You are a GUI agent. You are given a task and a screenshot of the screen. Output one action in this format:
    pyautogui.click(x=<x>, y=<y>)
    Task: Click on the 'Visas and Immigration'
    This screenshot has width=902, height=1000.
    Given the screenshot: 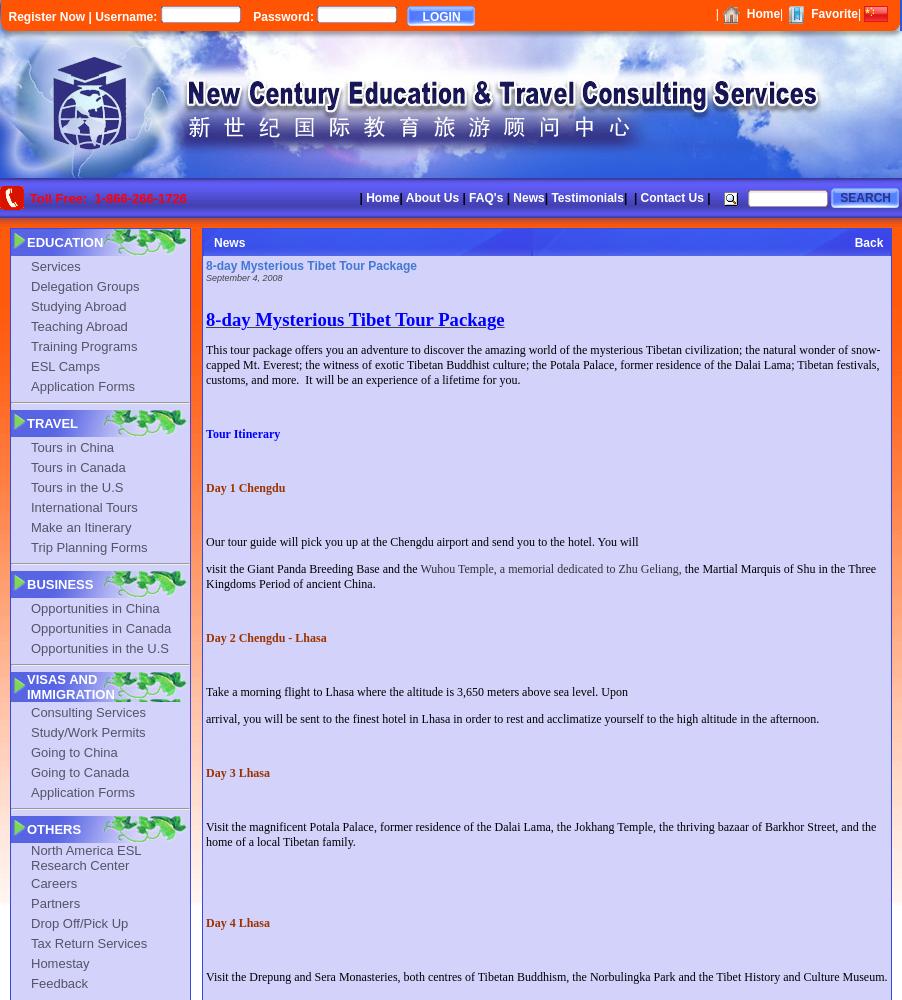 What is the action you would take?
    pyautogui.click(x=69, y=687)
    